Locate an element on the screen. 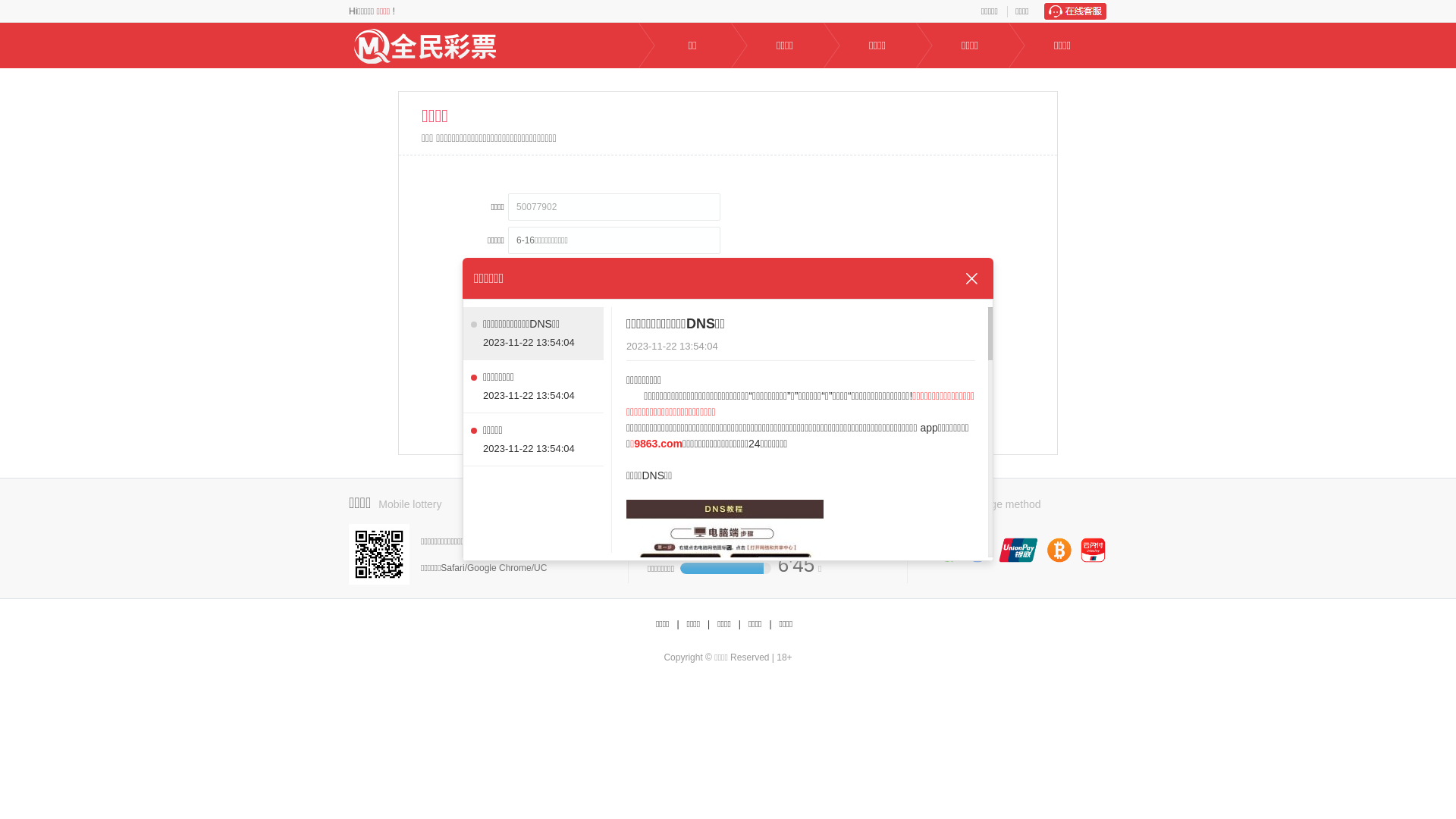 Image resolution: width=1456 pixels, height=819 pixels. '|' is located at coordinates (676, 624).